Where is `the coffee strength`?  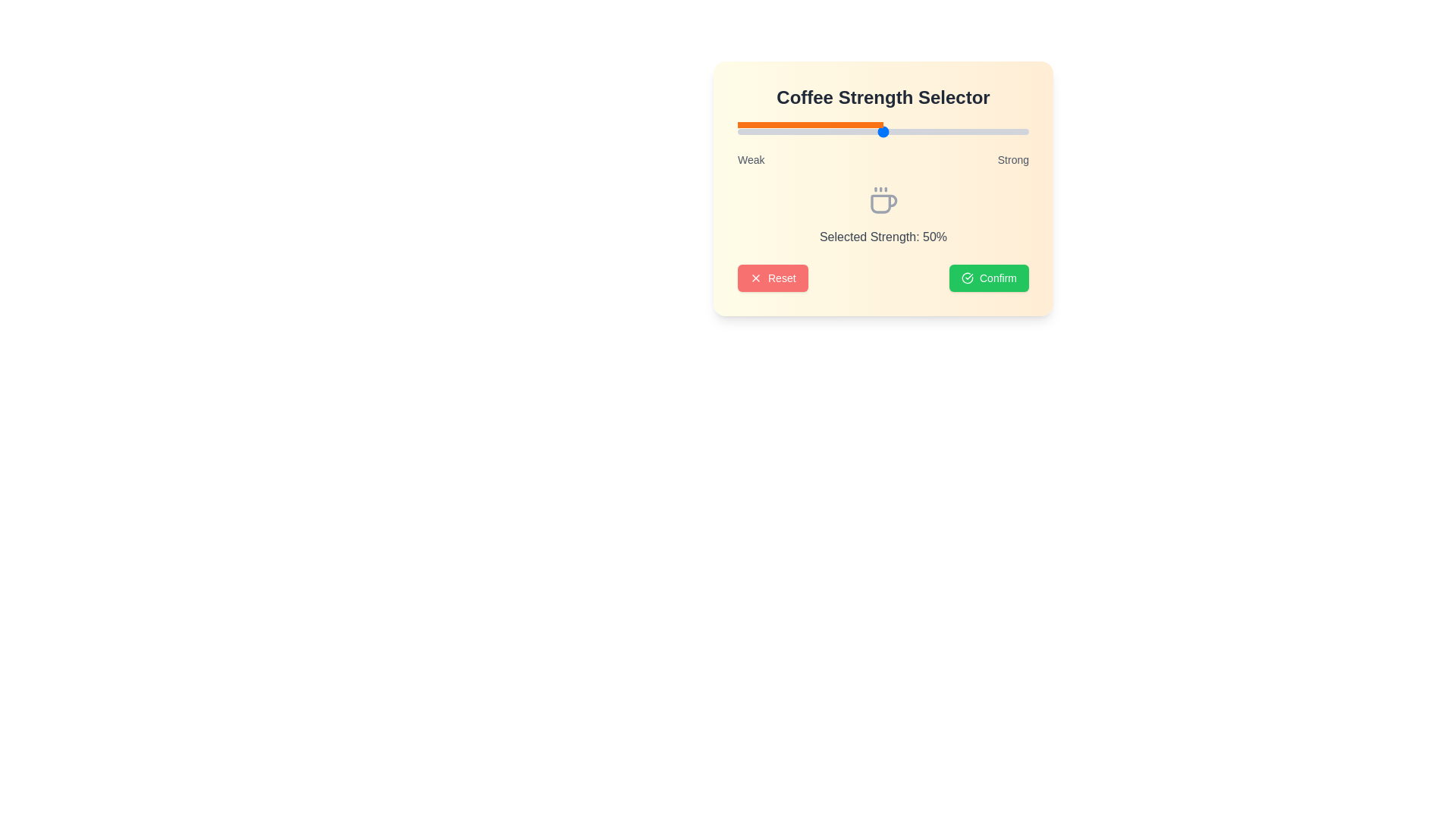 the coffee strength is located at coordinates (979, 130).